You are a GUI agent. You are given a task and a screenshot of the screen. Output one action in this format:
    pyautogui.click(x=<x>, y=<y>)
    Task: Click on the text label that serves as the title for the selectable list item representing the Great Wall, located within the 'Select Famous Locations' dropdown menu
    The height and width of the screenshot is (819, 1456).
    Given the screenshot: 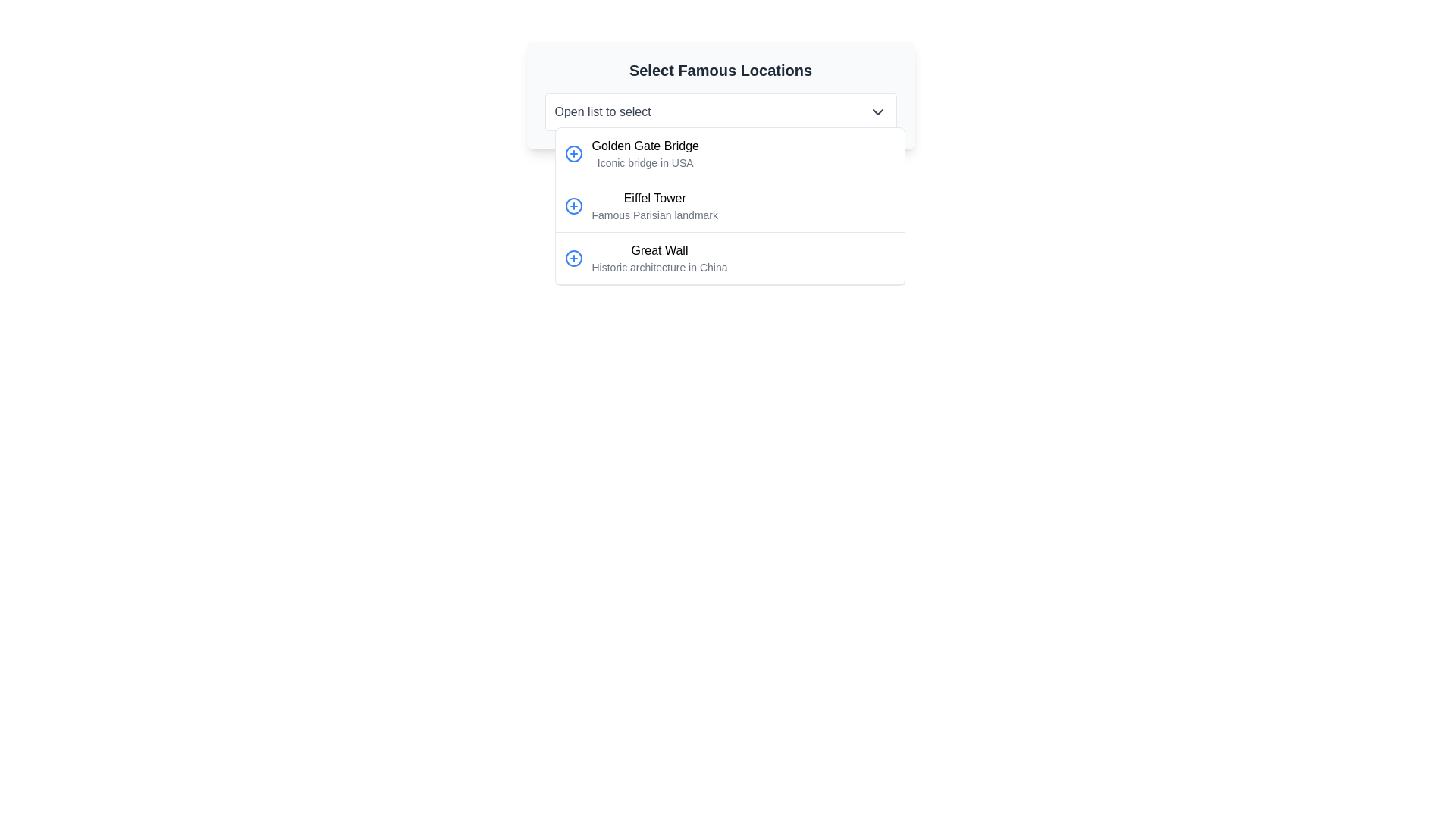 What is the action you would take?
    pyautogui.click(x=659, y=250)
    